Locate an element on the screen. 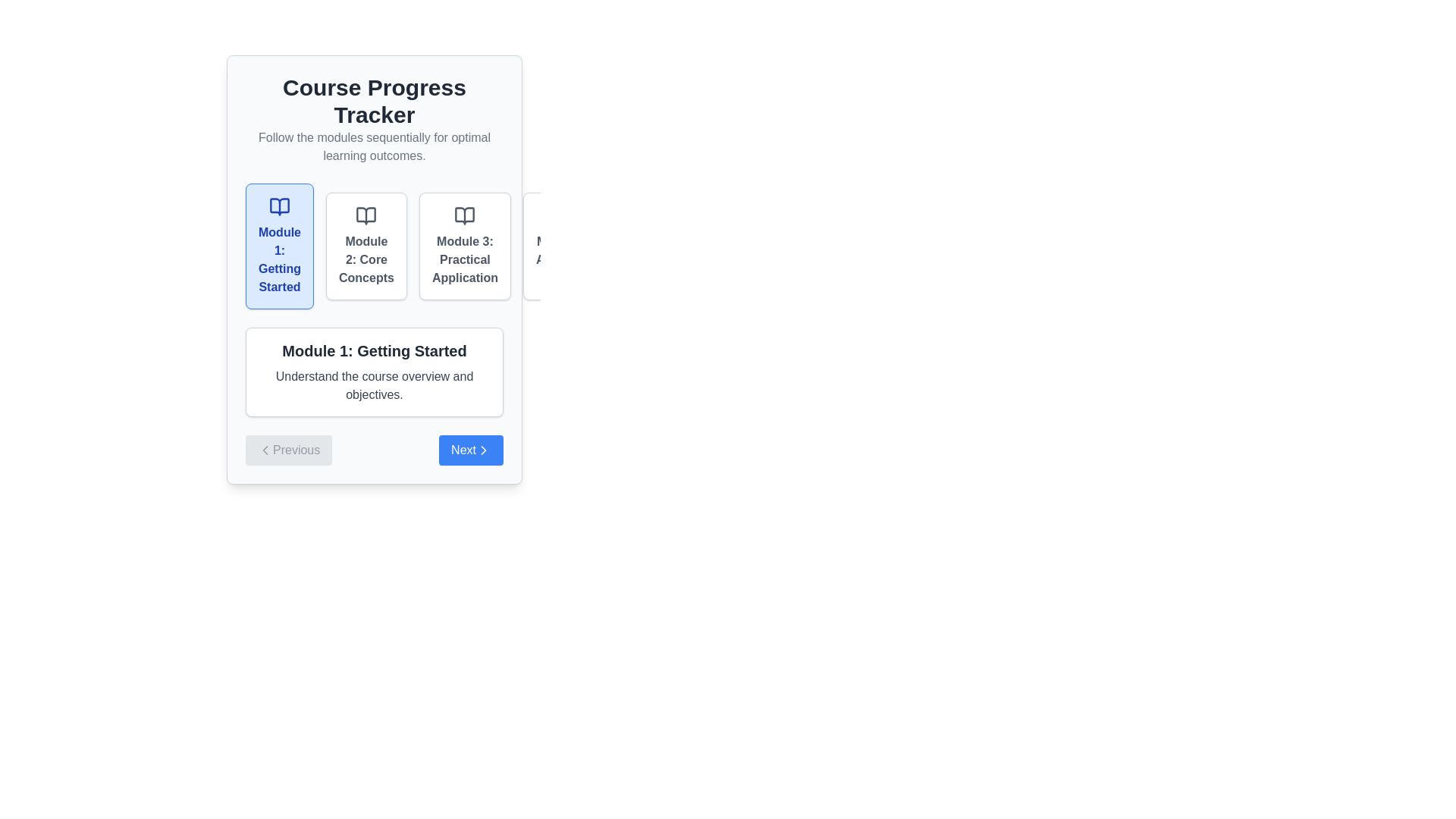 This screenshot has height=819, width=1456. the 'Previous' button icon located at the bottom left corner of the card-like interface is located at coordinates (265, 450).